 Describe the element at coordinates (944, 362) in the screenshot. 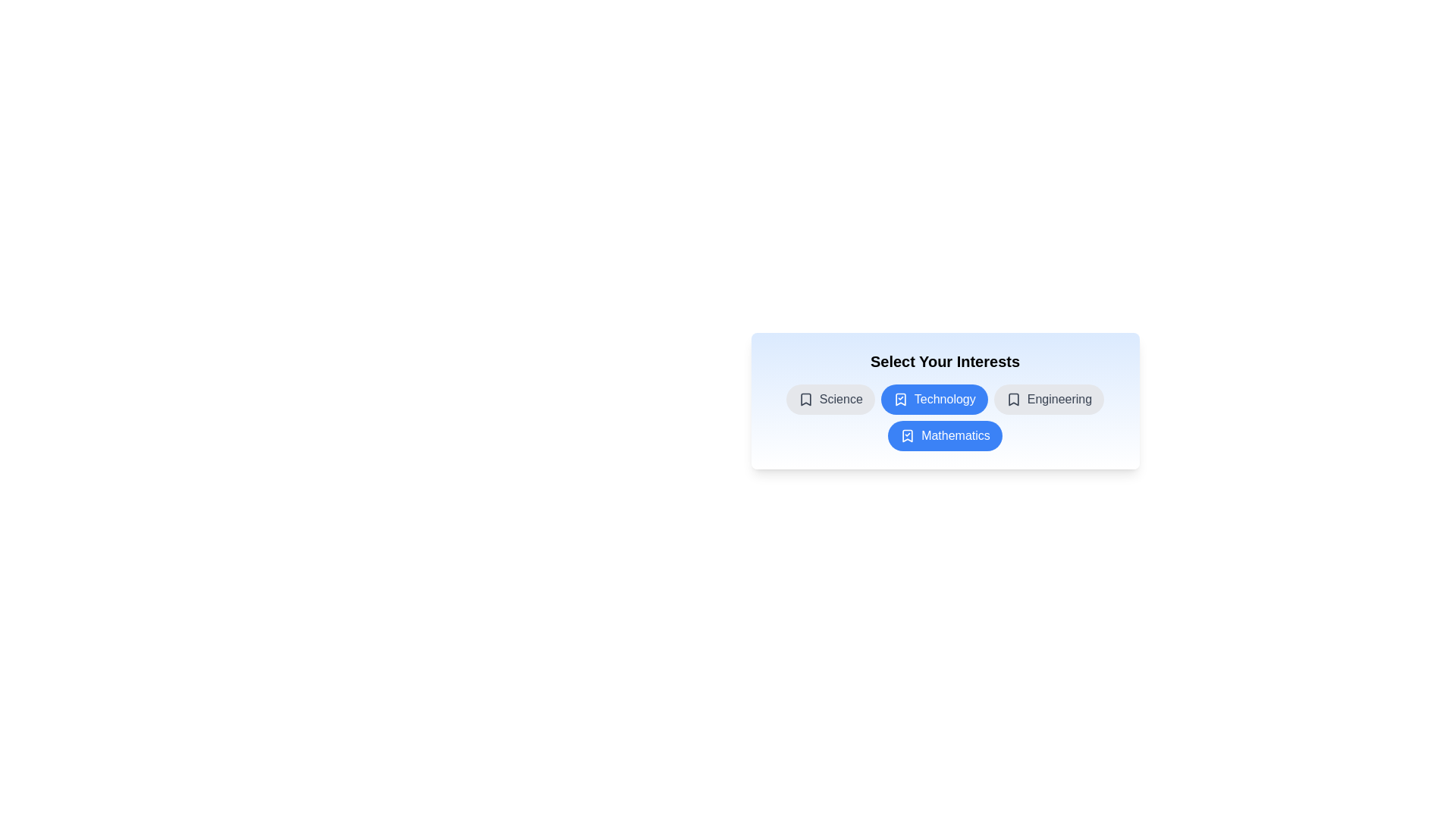

I see `the title text 'Select Your Interests' and copy it to the clipboard` at that location.